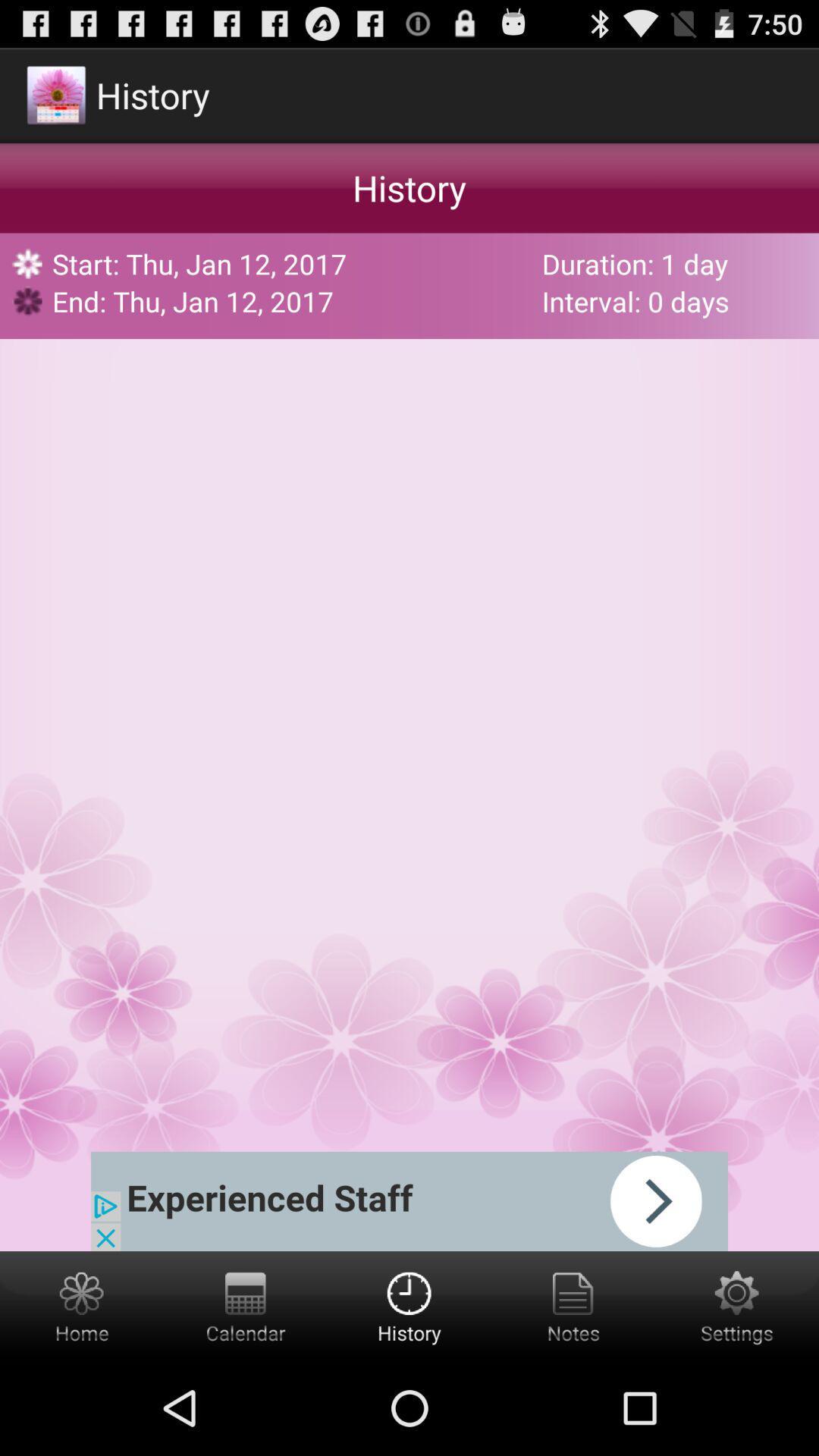  Describe the element at coordinates (736, 1305) in the screenshot. I see `settings` at that location.